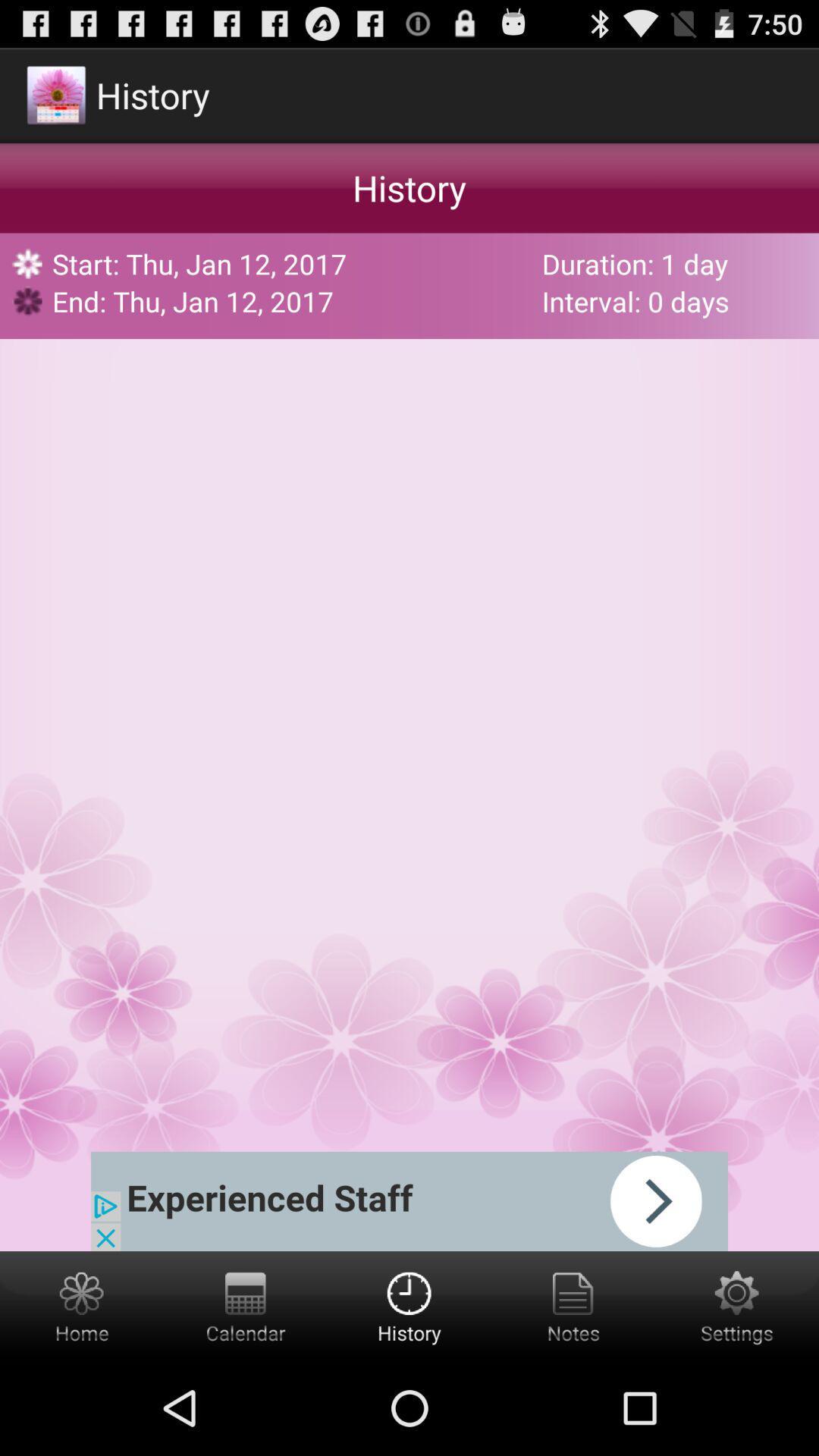  Describe the element at coordinates (736, 1305) in the screenshot. I see `settings` at that location.